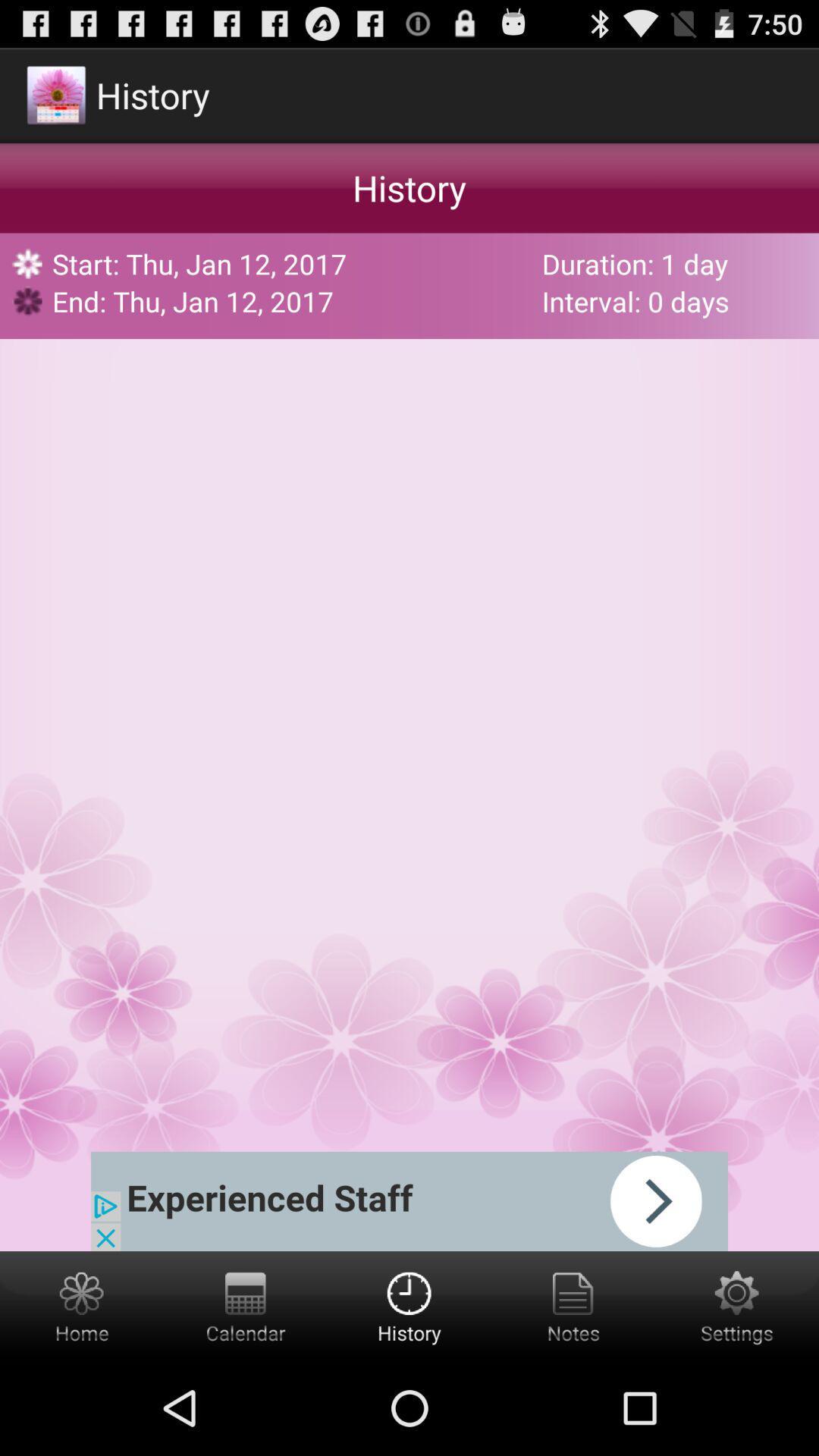  Describe the element at coordinates (736, 1305) in the screenshot. I see `settings` at that location.